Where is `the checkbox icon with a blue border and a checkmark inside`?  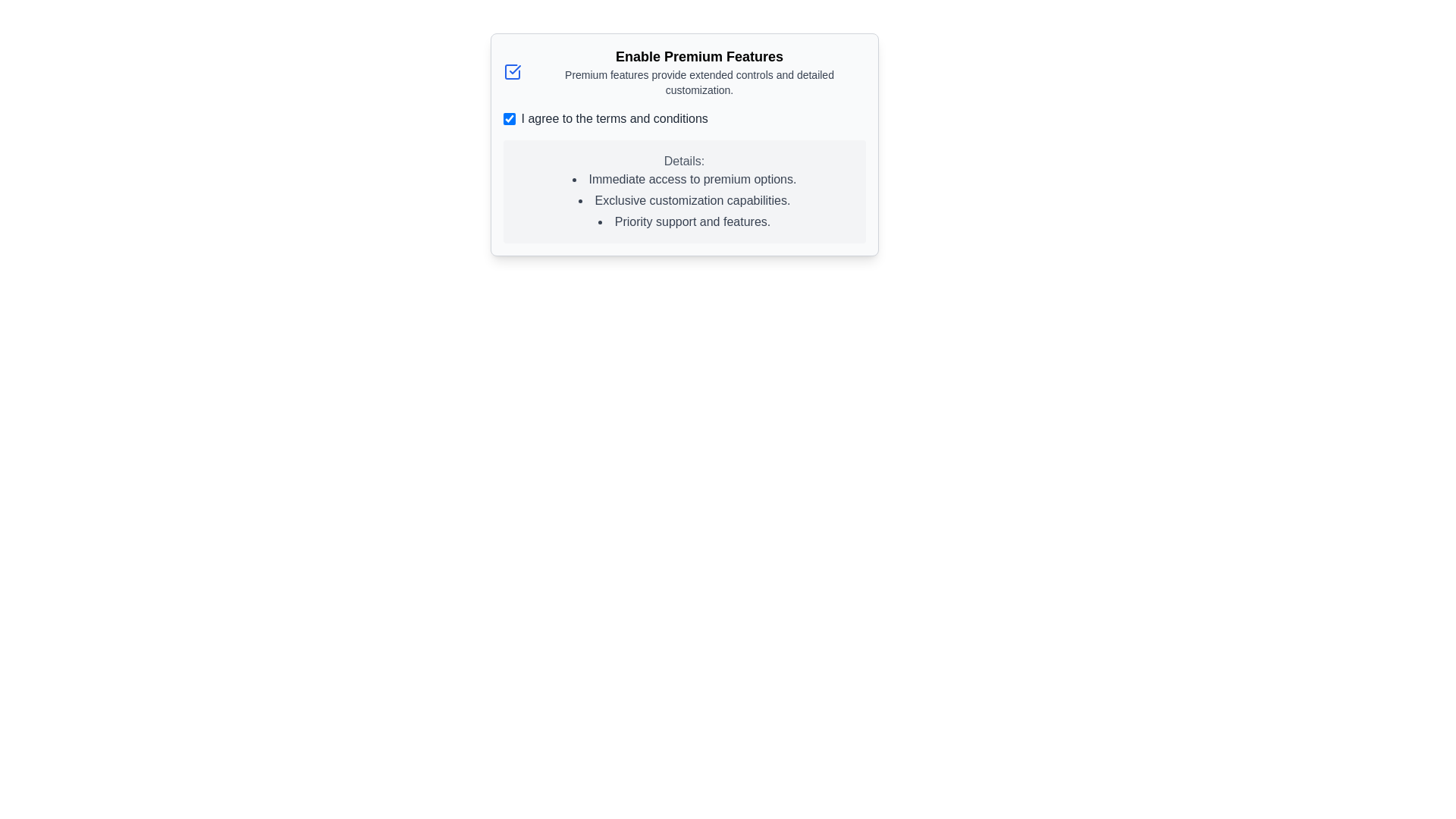 the checkbox icon with a blue border and a checkmark inside is located at coordinates (512, 72).